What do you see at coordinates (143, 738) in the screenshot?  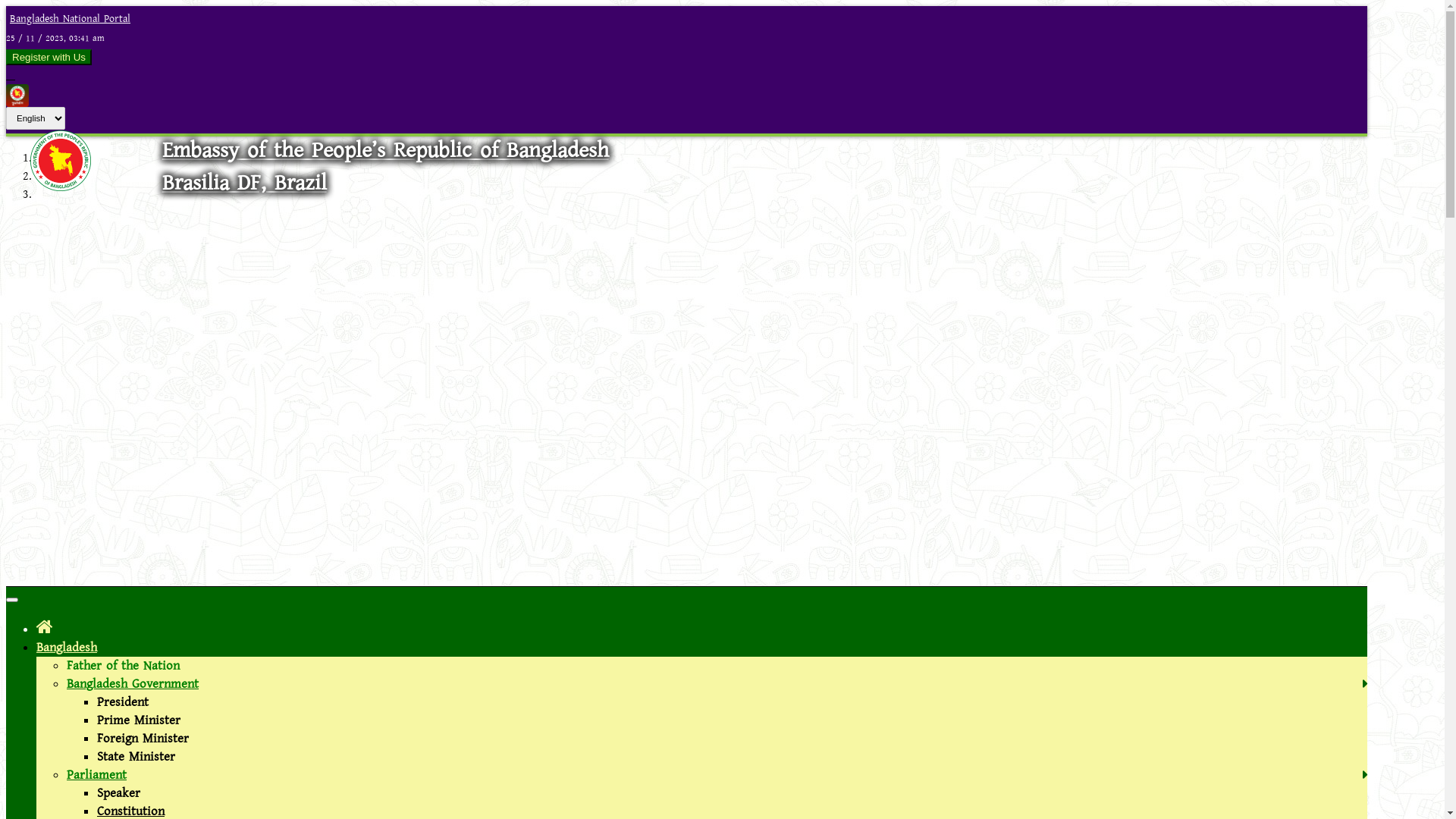 I see `'Foreign Minister'` at bounding box center [143, 738].